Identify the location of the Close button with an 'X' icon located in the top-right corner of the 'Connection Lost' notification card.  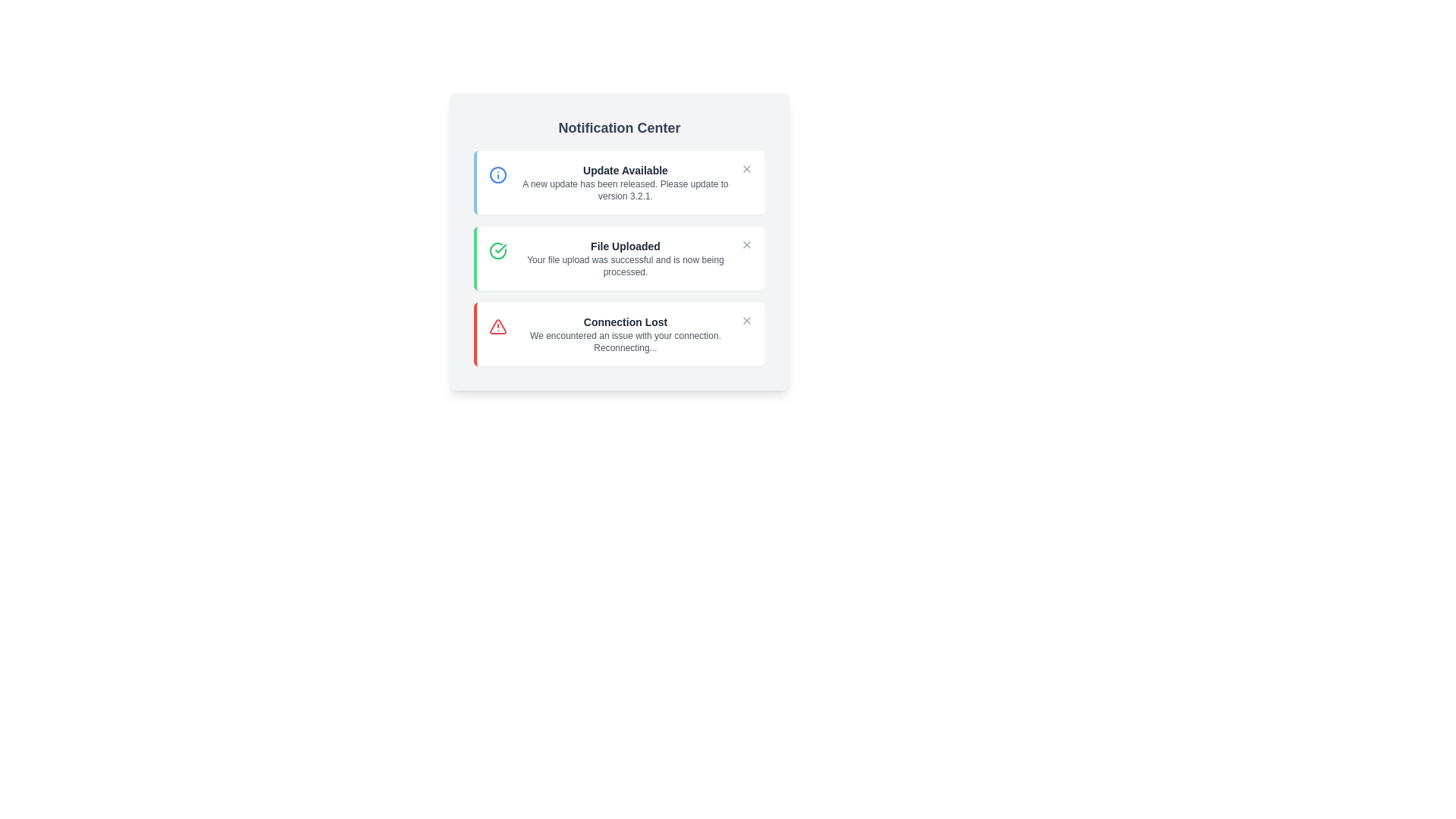
(746, 320).